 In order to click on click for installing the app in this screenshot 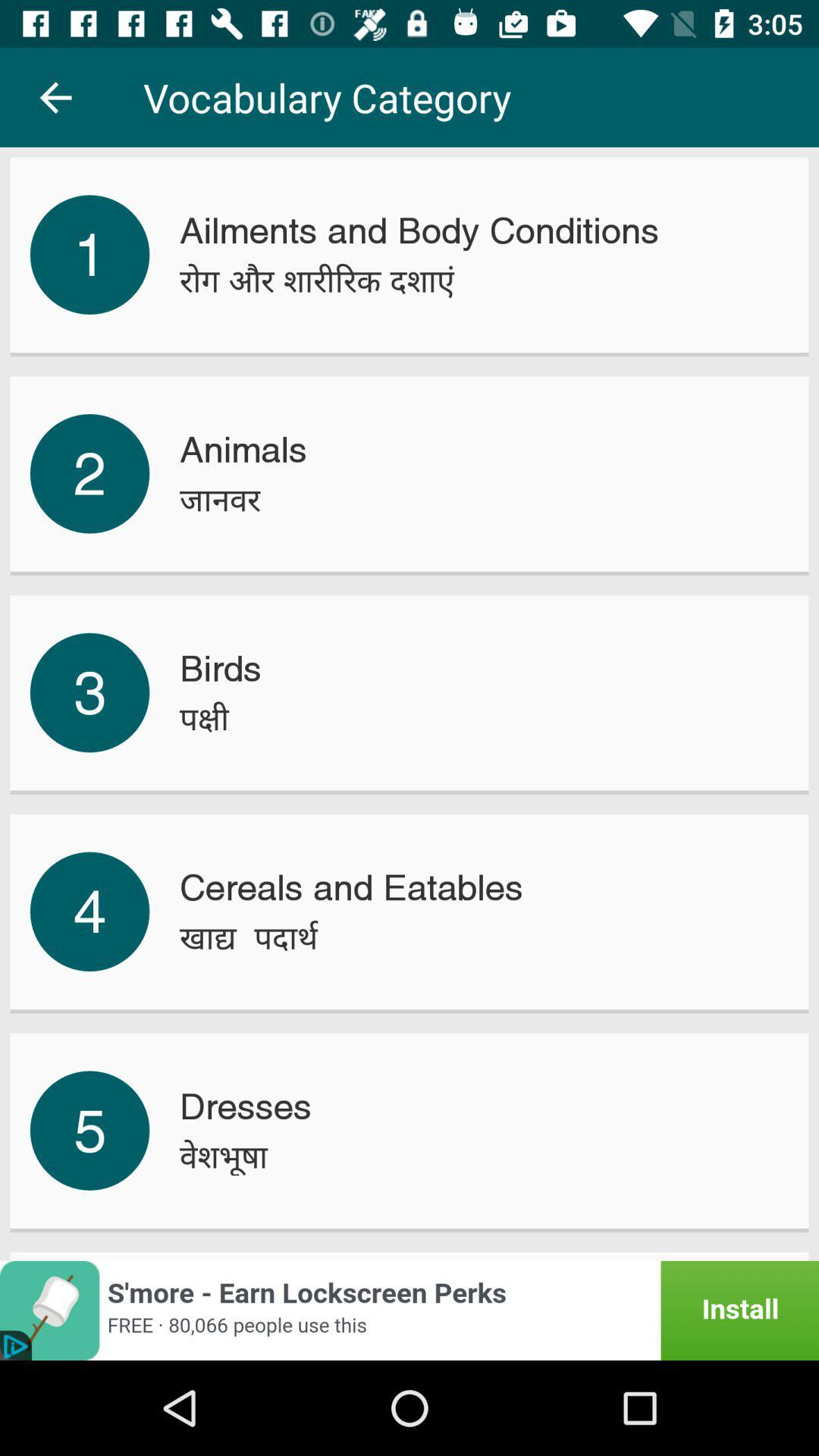, I will do `click(409, 1310)`.